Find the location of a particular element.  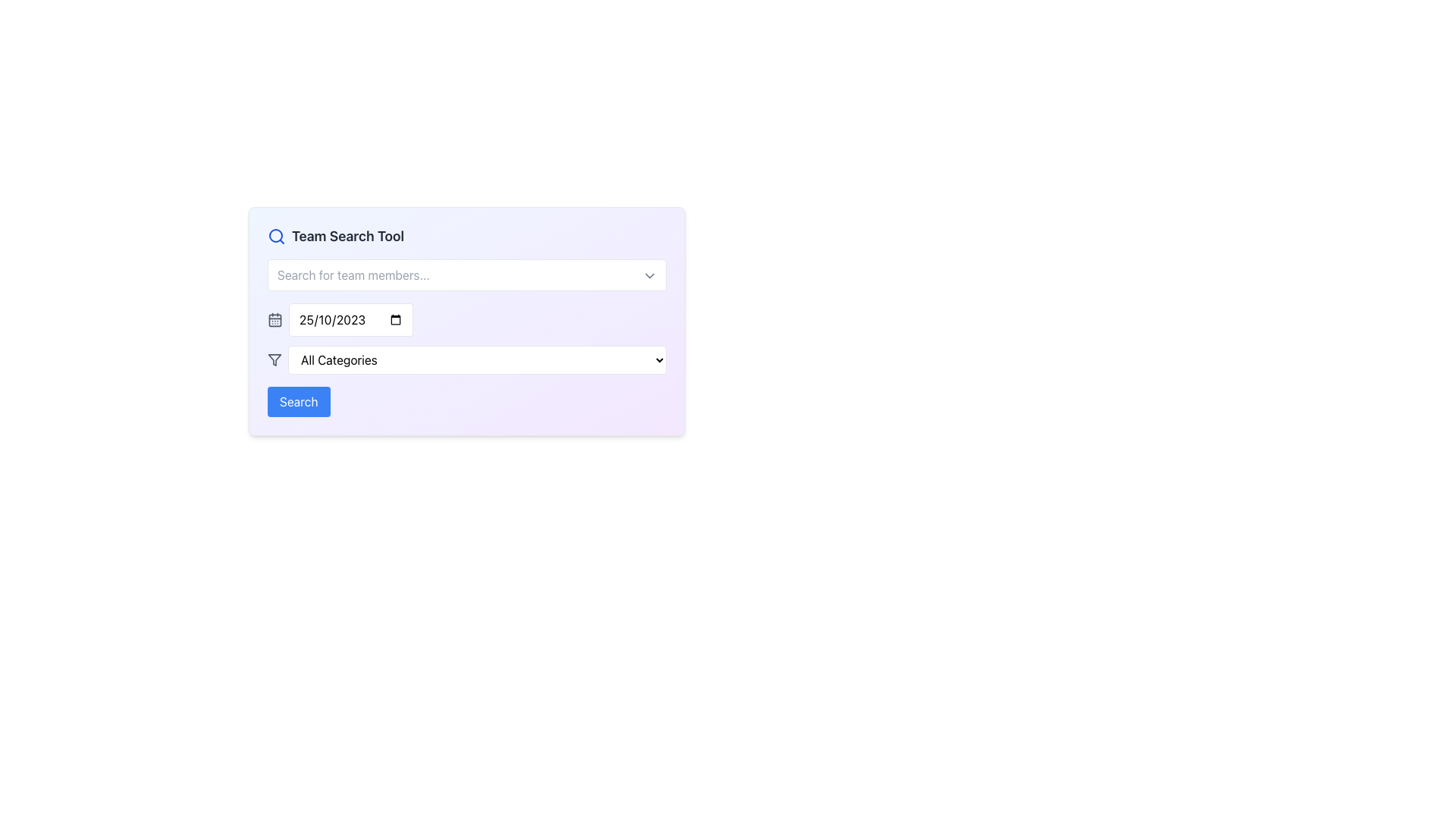

the prominent rectangular button with a blue background and white bold text reading 'Search' to observe its hover animation is located at coordinates (299, 400).